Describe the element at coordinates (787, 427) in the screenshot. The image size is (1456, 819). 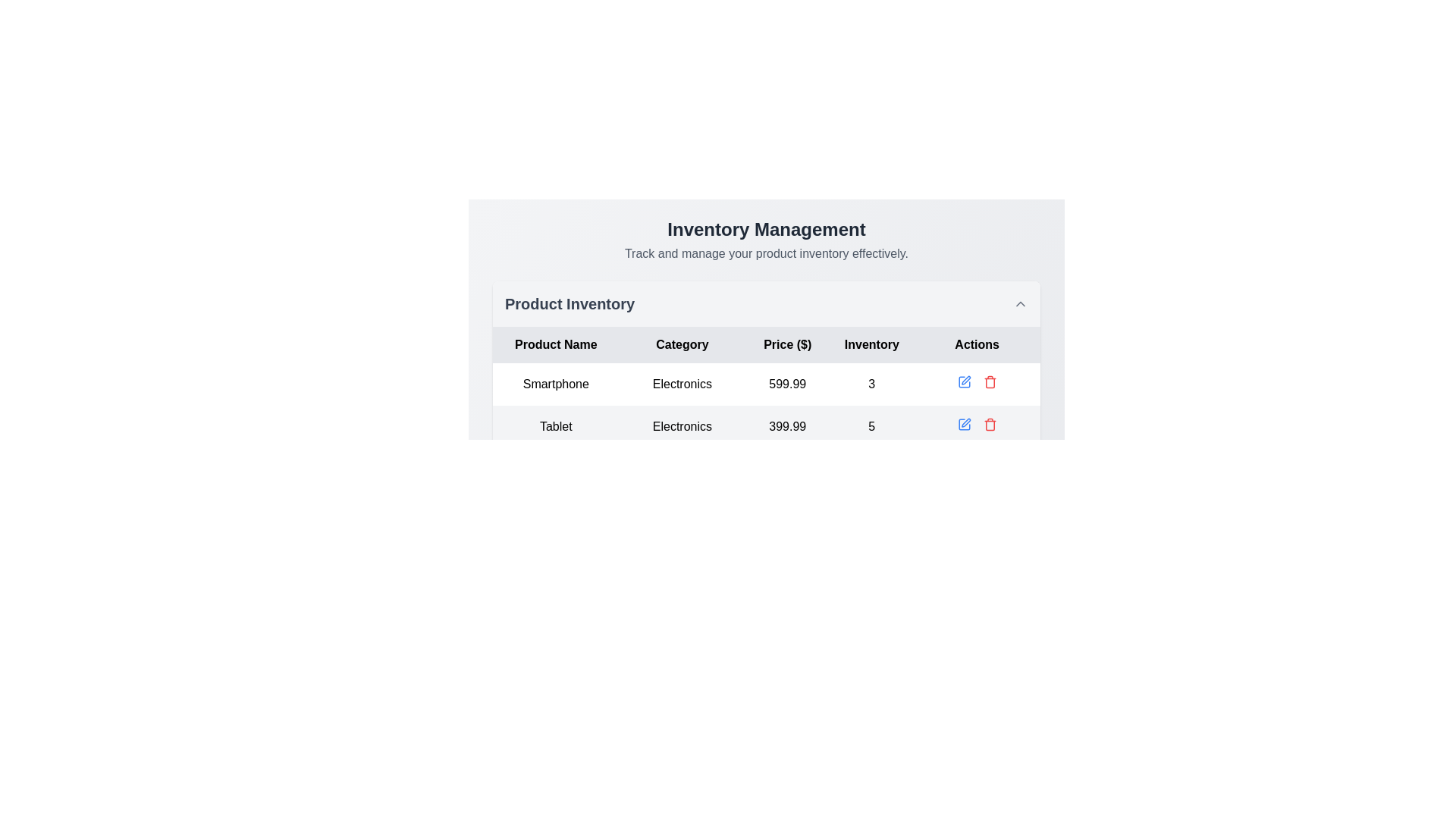
I see `the text element displaying the value '399.99' in the 'Price ($)' column of the second row of the table for the item 'Tablet'` at that location.